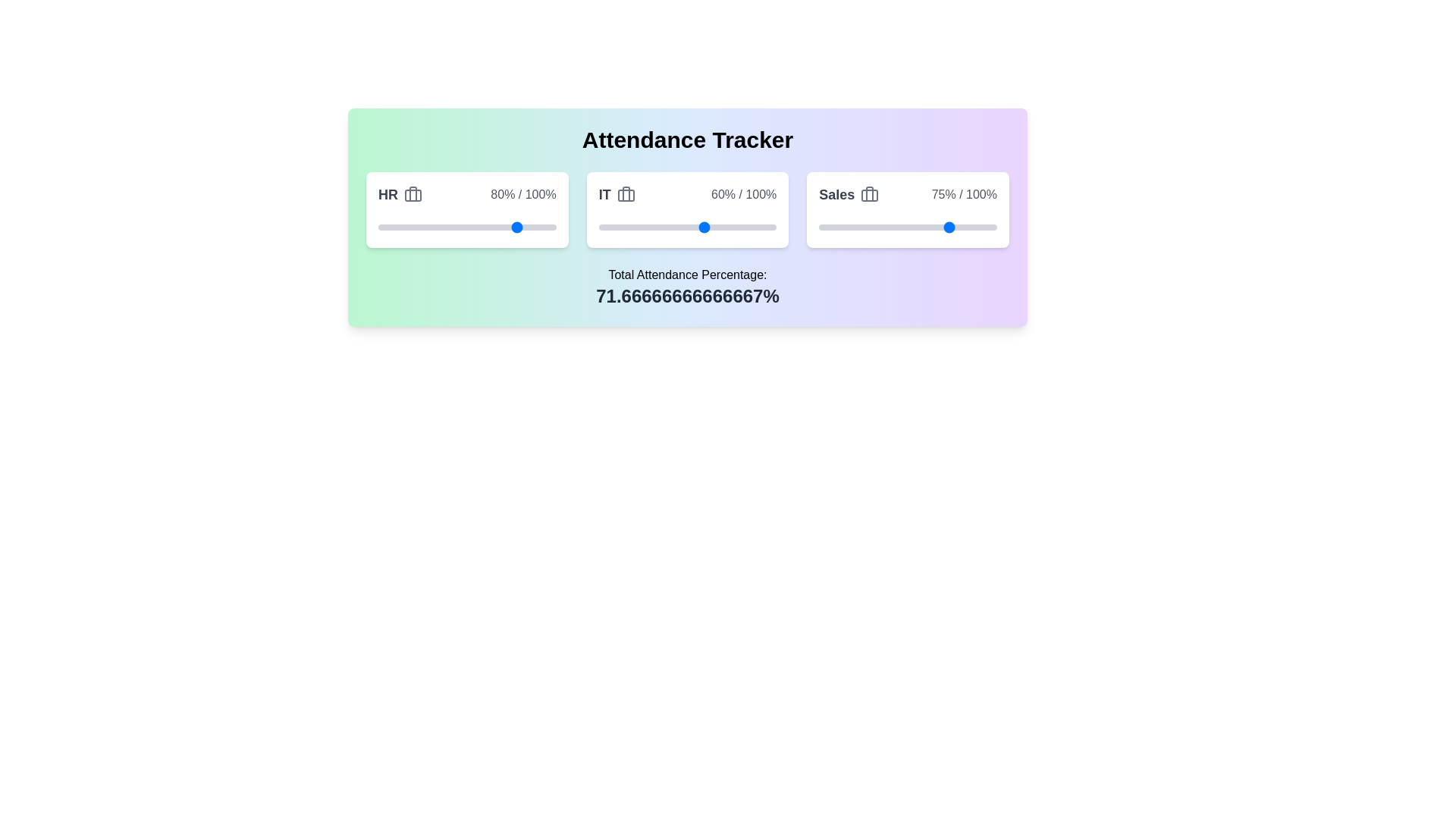 Image resolution: width=1456 pixels, height=819 pixels. What do you see at coordinates (736, 227) in the screenshot?
I see `the slider value` at bounding box center [736, 227].